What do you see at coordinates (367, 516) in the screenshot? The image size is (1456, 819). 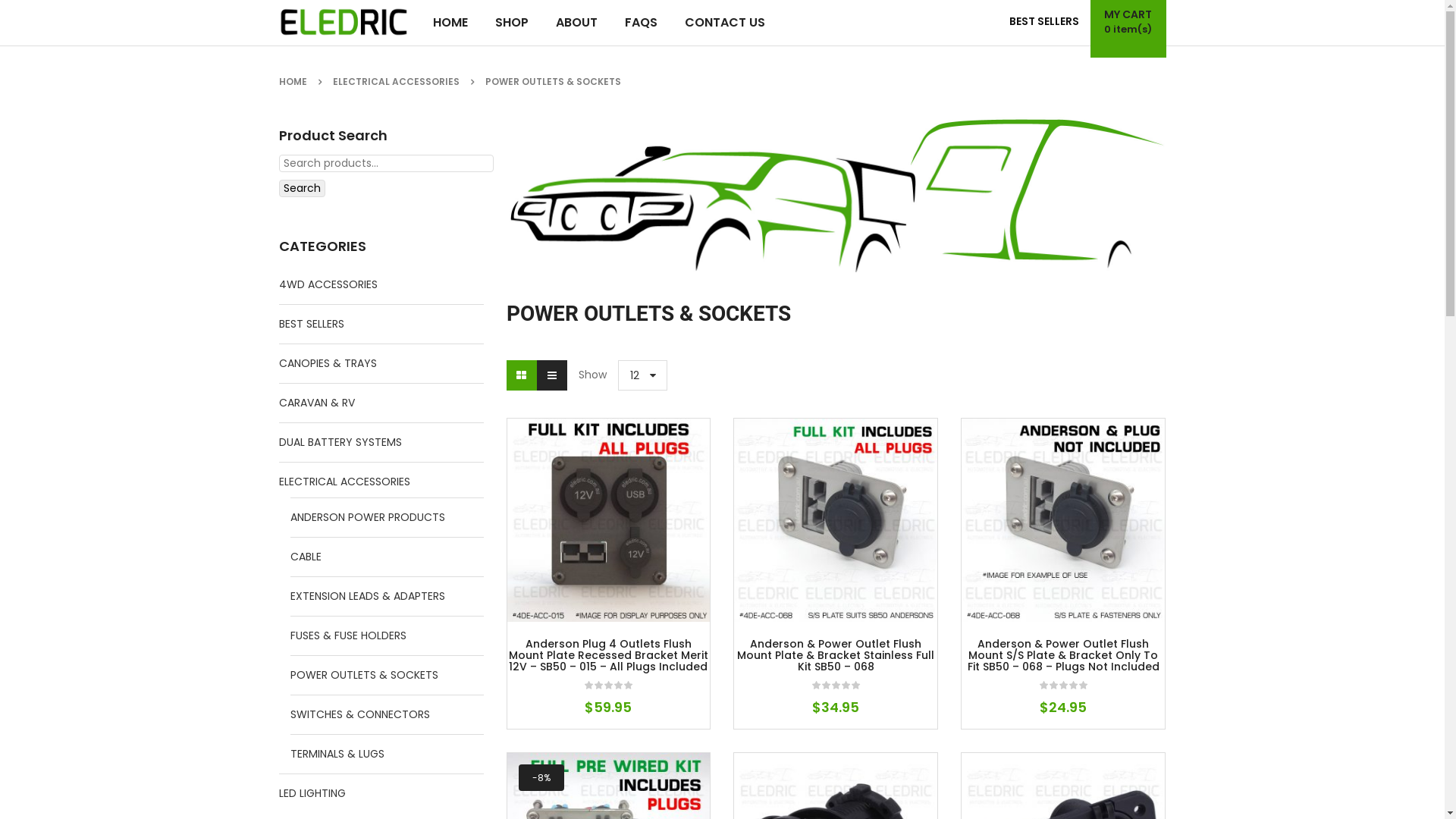 I see `'ANDERSON POWER PRODUCTS'` at bounding box center [367, 516].